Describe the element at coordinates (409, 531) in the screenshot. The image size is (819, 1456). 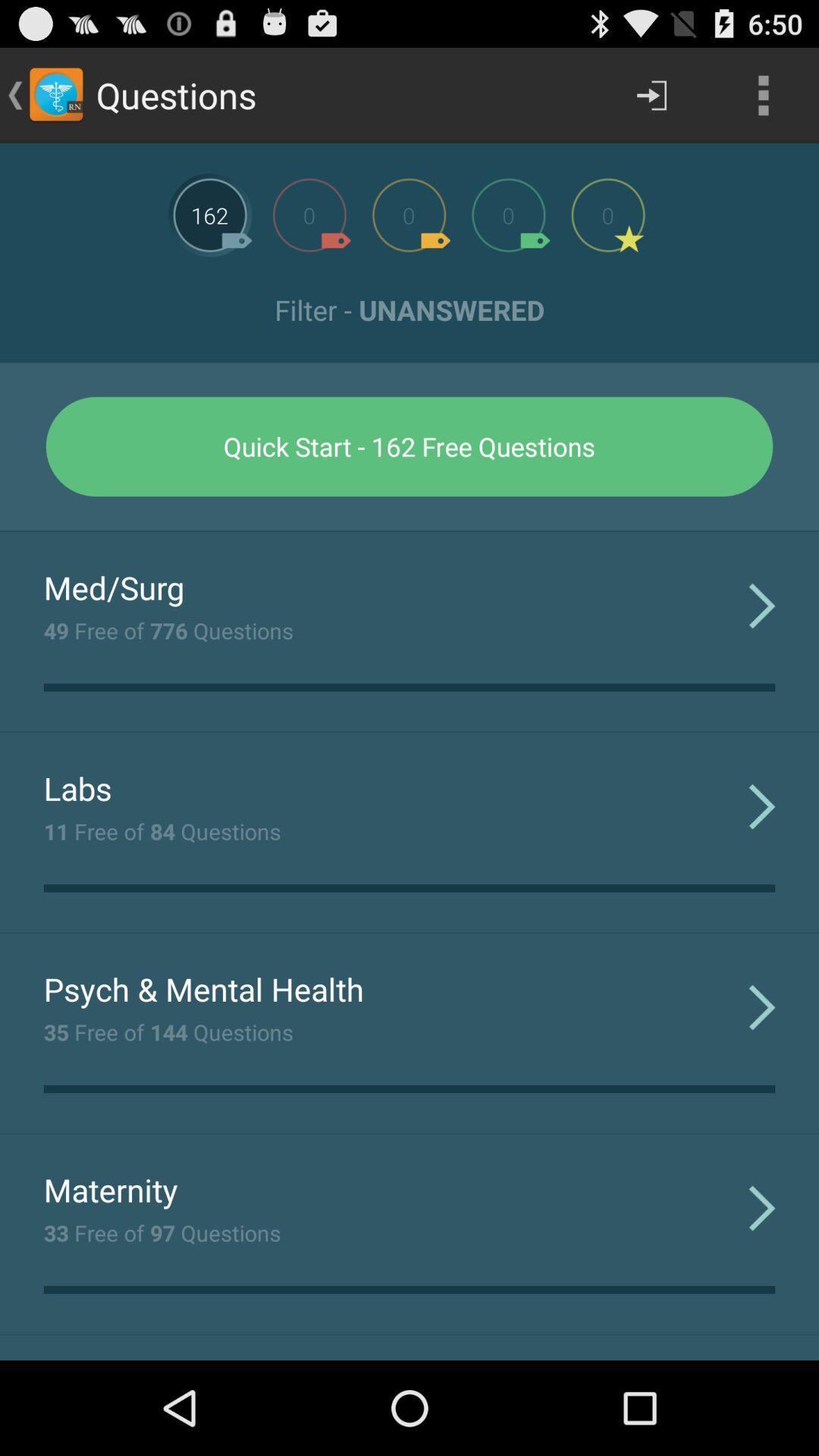
I see `the app above med/surg app` at that location.